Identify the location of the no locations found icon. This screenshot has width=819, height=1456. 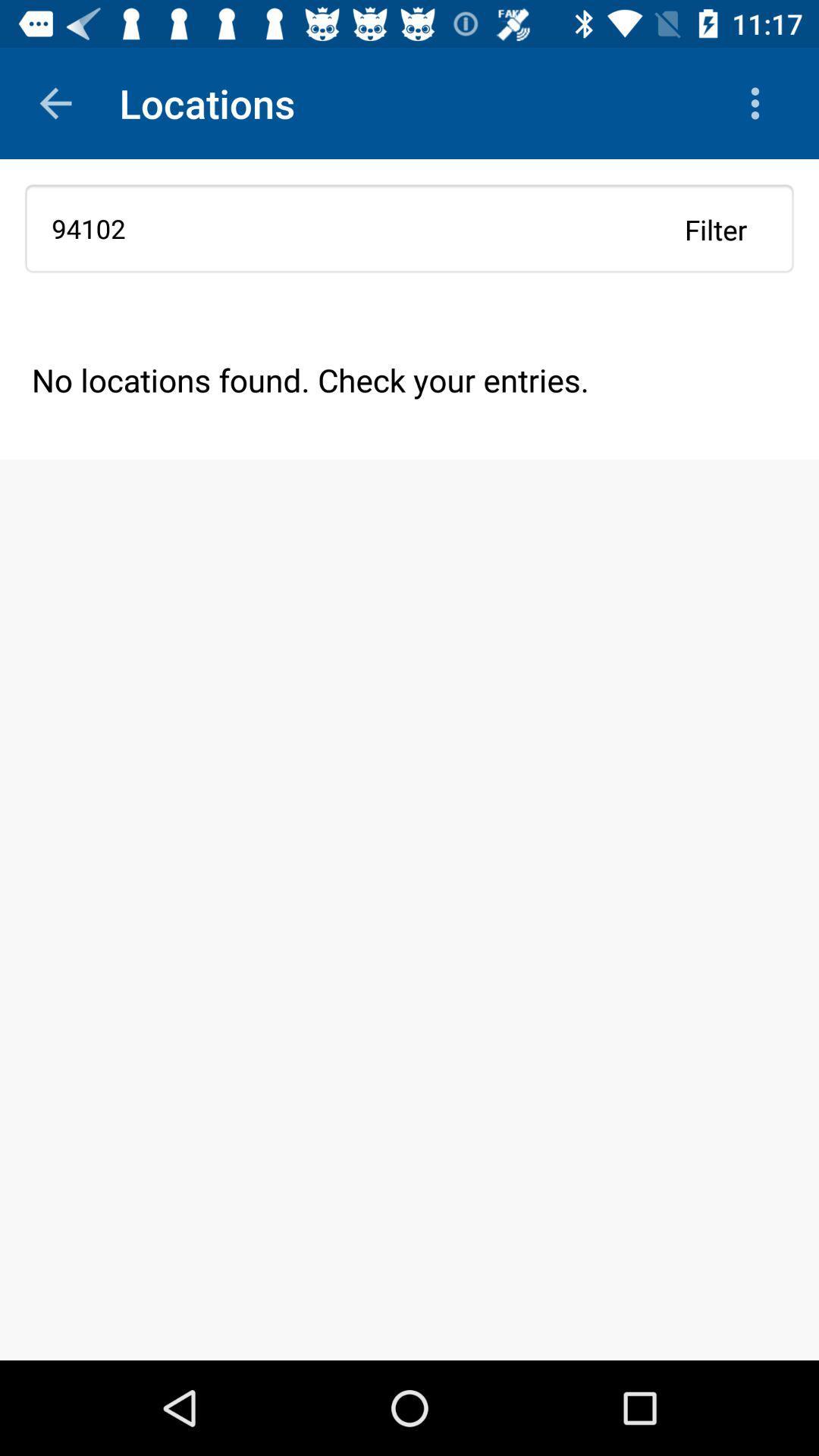
(409, 379).